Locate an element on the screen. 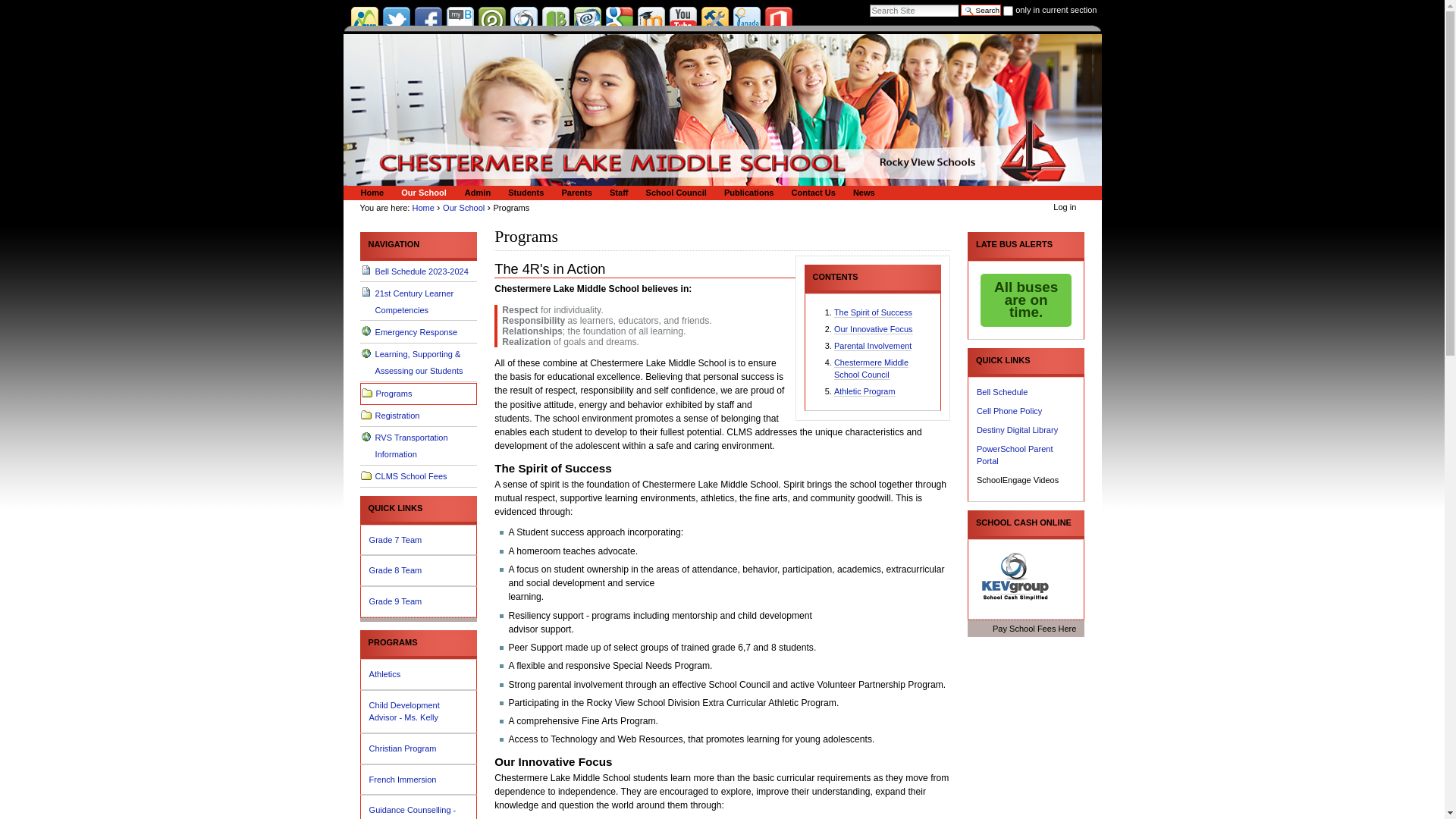 The image size is (1456, 819). 'Log in' is located at coordinates (1052, 207).